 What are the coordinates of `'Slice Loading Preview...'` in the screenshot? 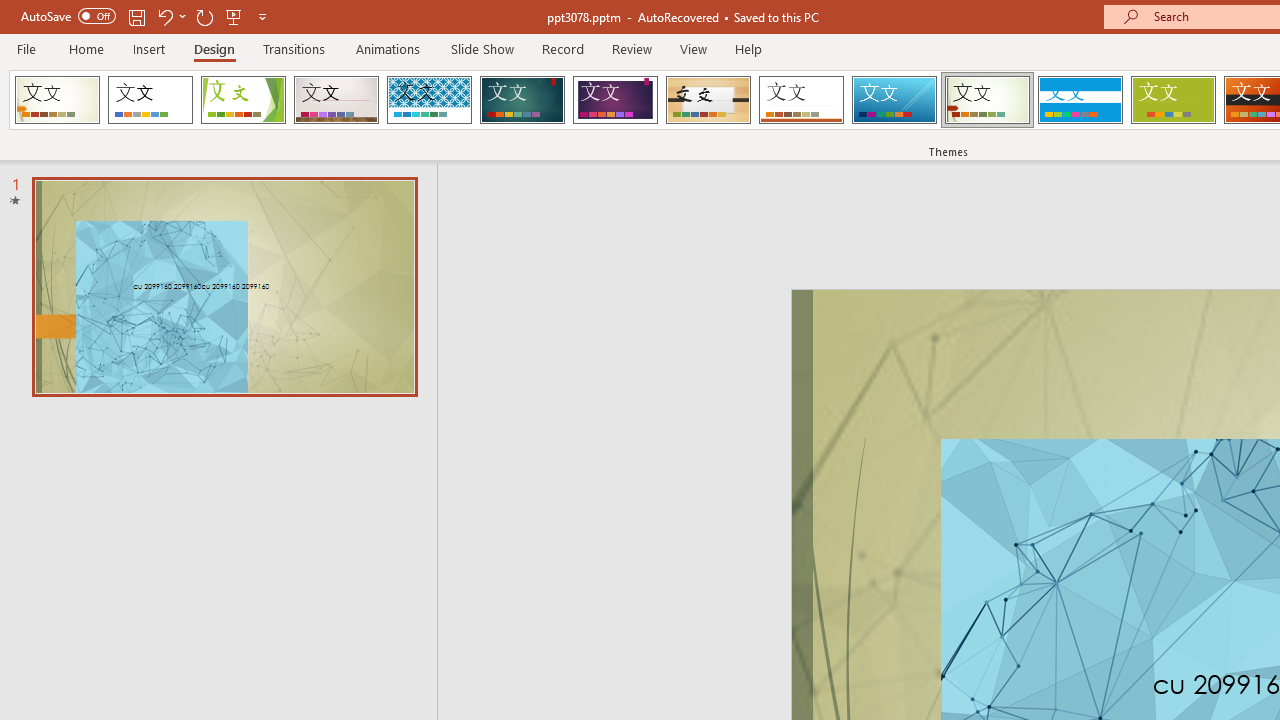 It's located at (893, 100).